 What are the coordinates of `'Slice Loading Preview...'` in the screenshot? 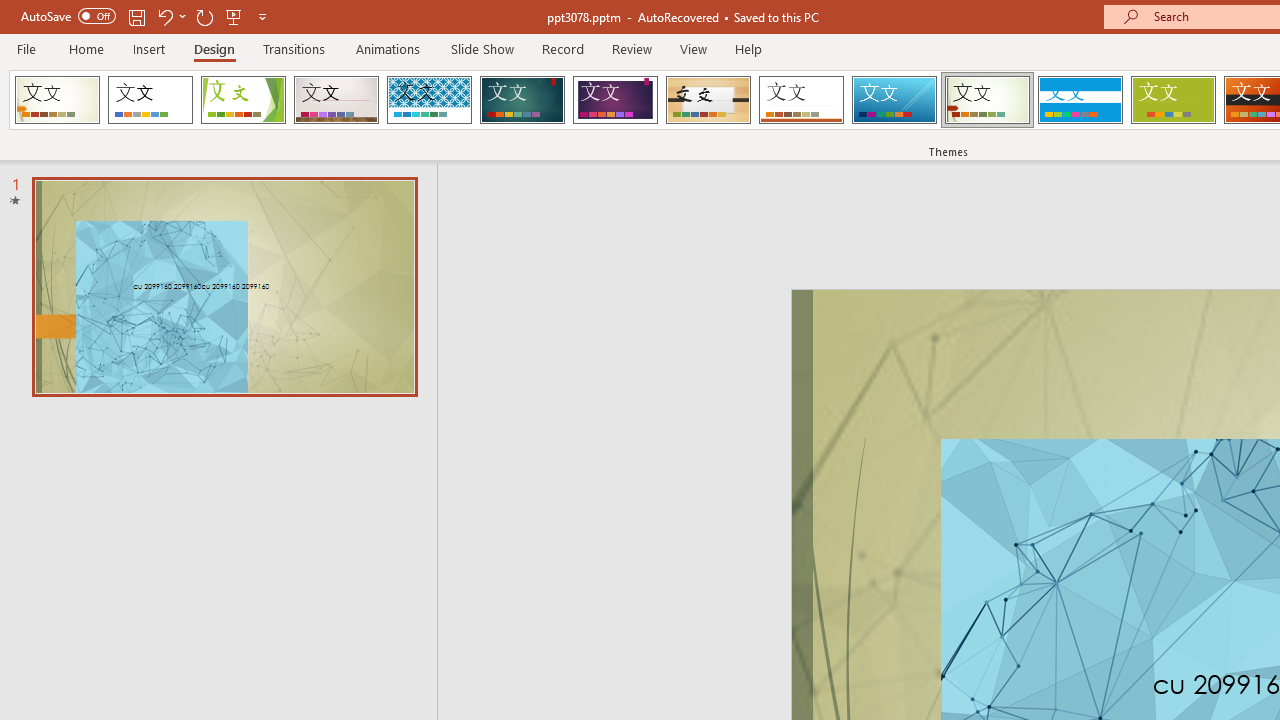 It's located at (893, 100).